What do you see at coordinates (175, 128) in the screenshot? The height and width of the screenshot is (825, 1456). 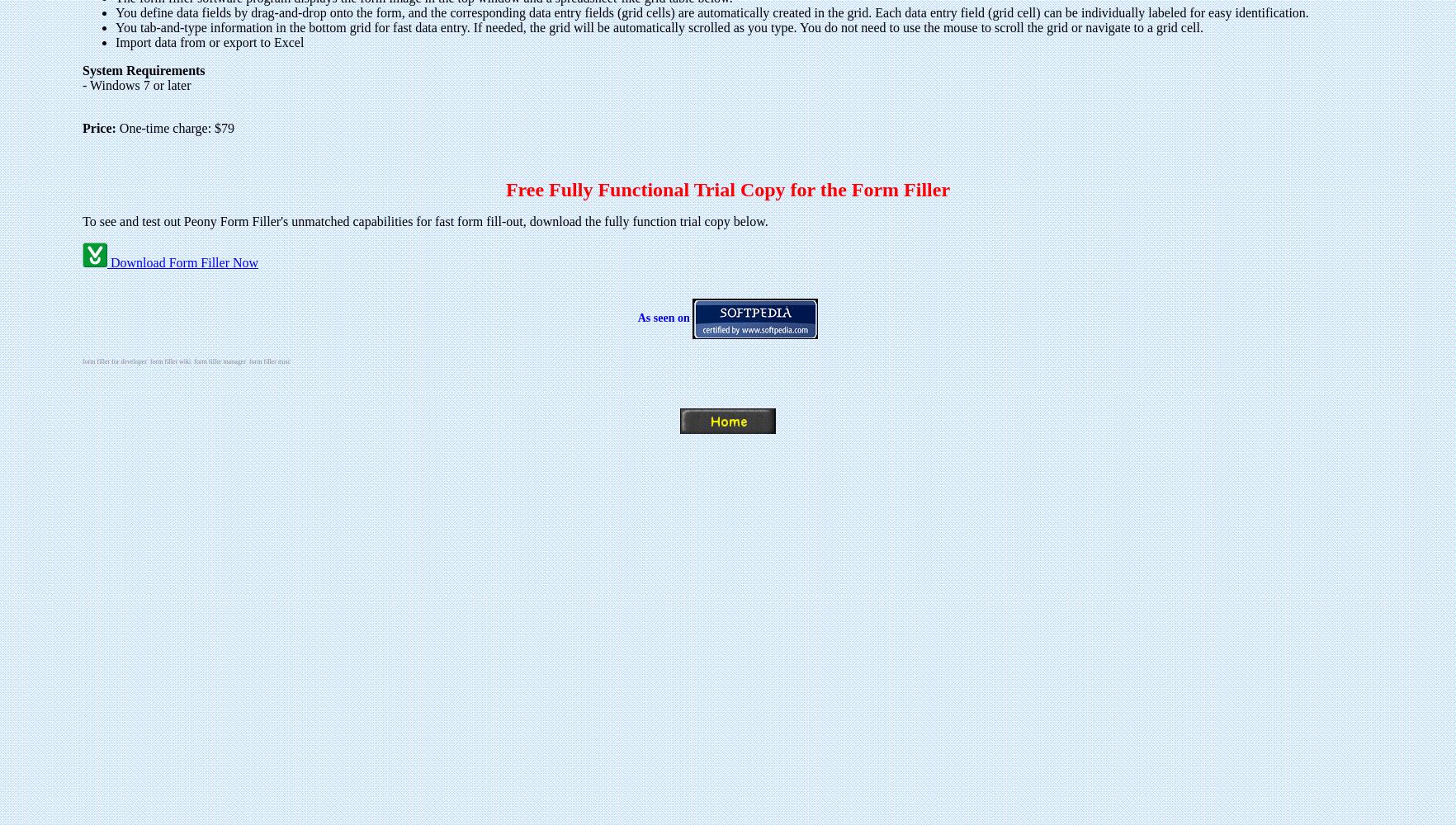 I see `'One-time charge: $79'` at bounding box center [175, 128].